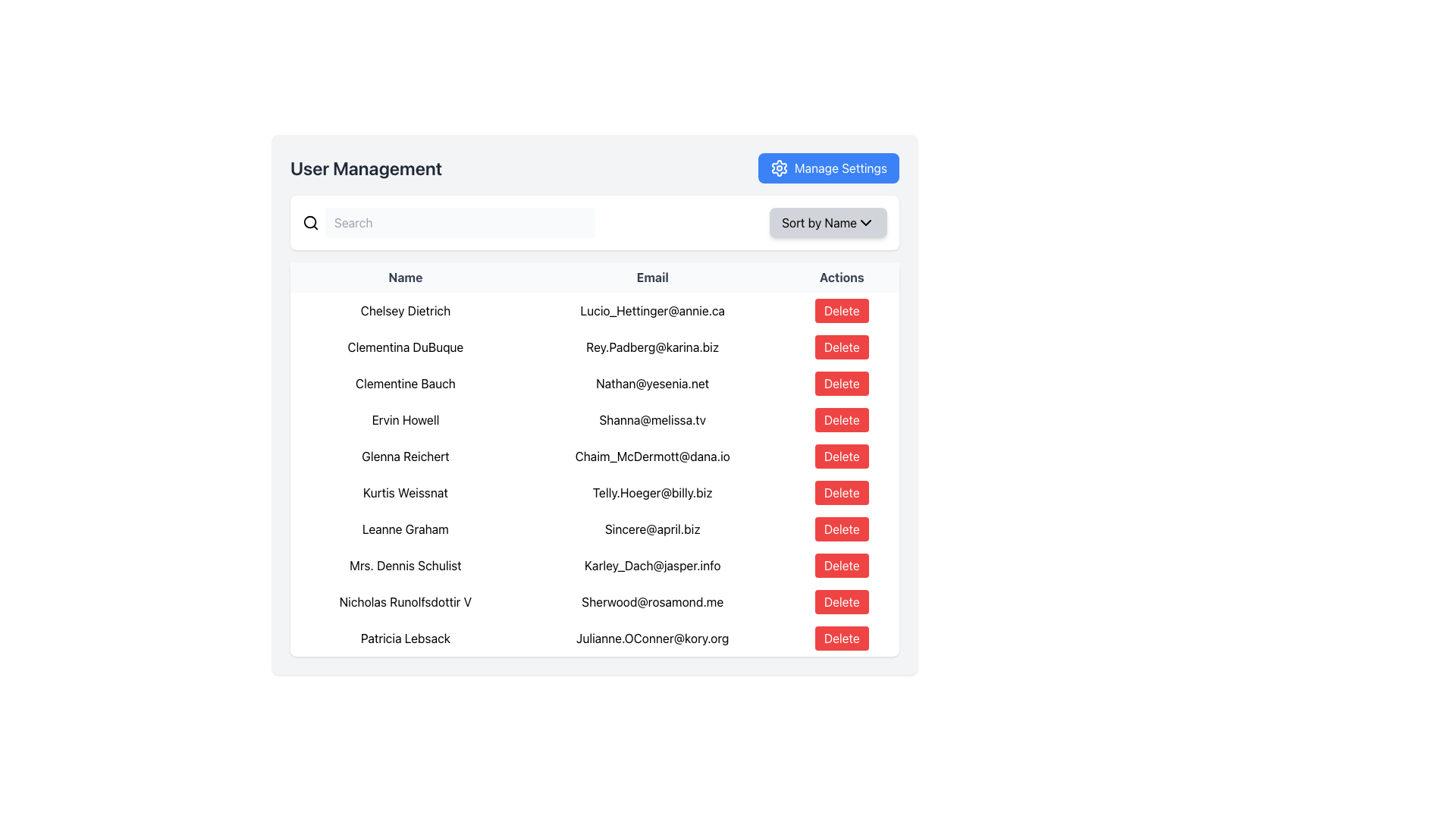 The height and width of the screenshot is (819, 1456). Describe the element at coordinates (841, 565) in the screenshot. I see `the 'Delete' button with a red background, labeled in white text, located in the 'Actions' column next to 'Mrs. Dennis Schulist' and 'Karley_Dach@jasper.info', specifically the 8th button in the list, to observe the hover effect` at that location.